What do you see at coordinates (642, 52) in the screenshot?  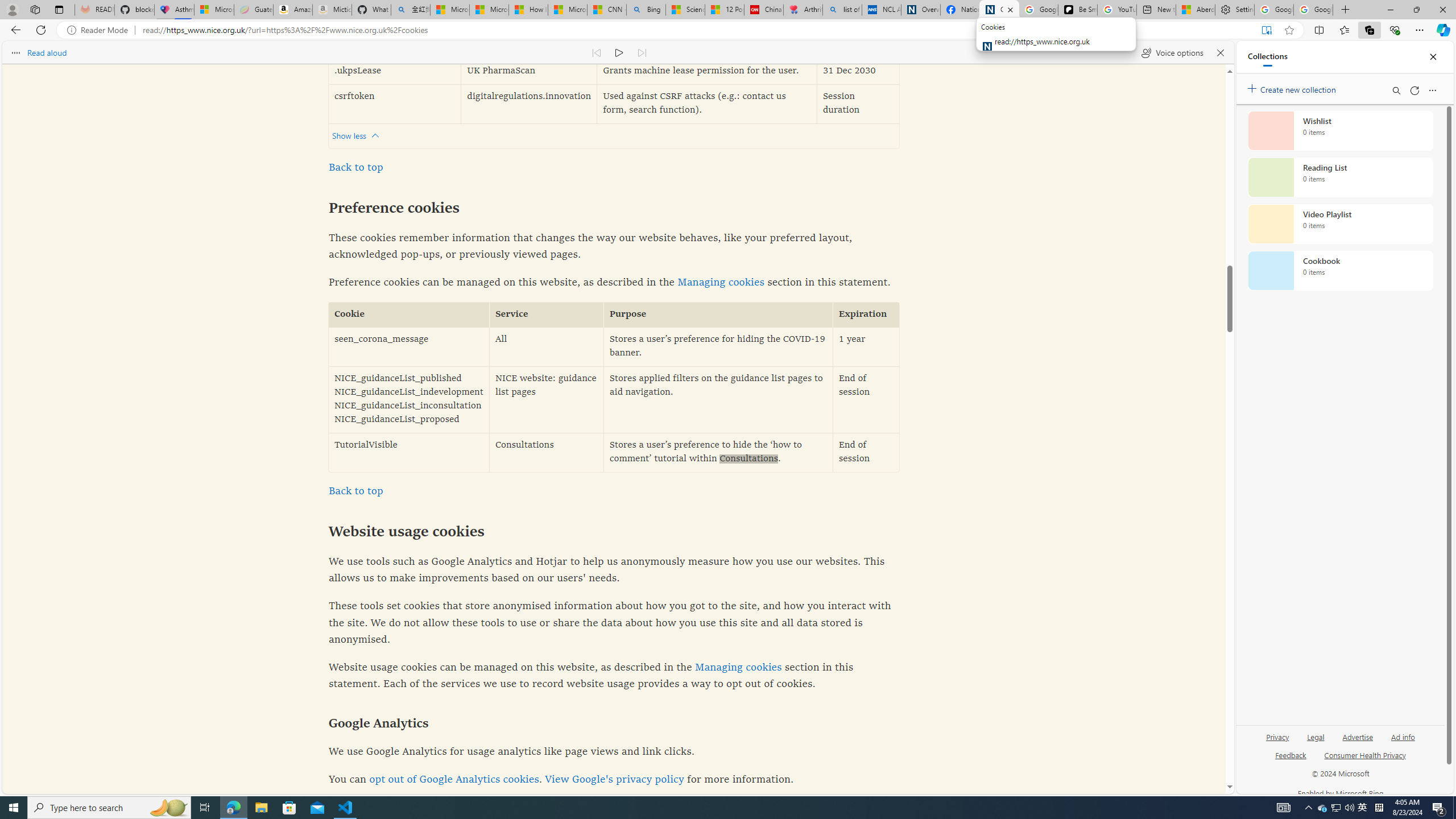 I see `'Read next paragraph'` at bounding box center [642, 52].